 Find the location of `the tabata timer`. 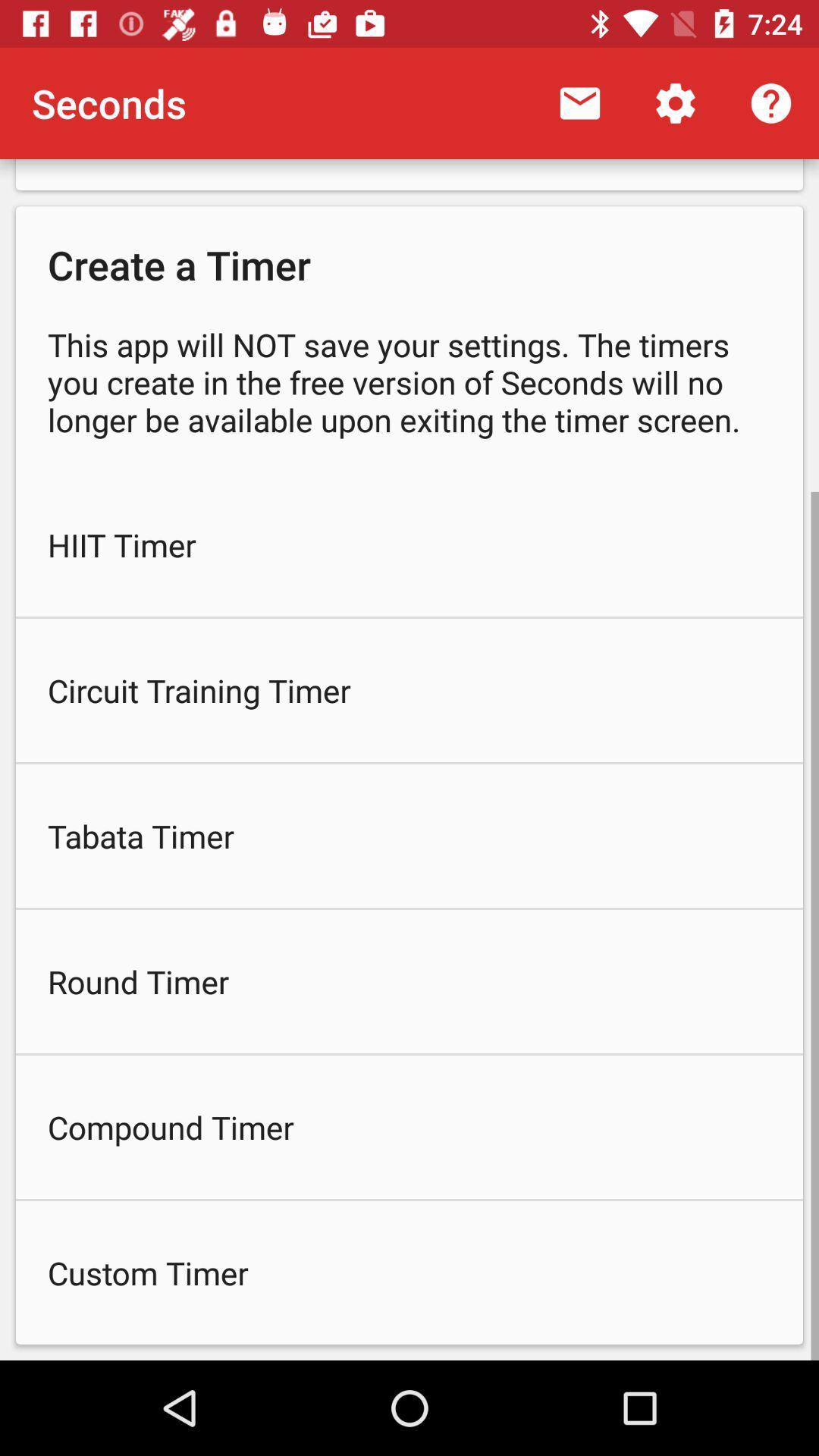

the tabata timer is located at coordinates (409, 835).